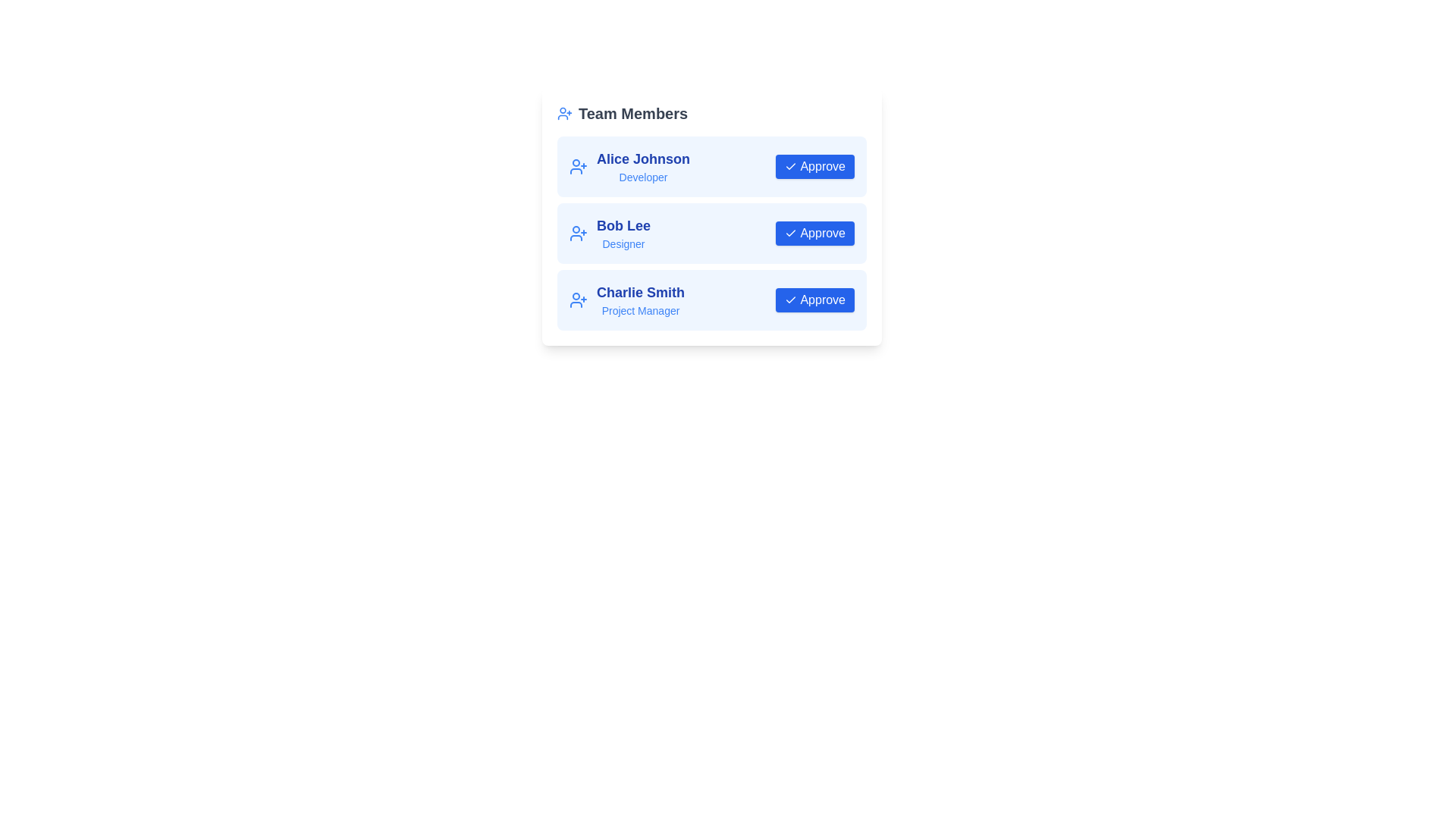 This screenshot has width=1456, height=819. I want to click on the approve button for the person 'Charlie Smith' located in the team members section, which is the third button in a vertical stack under the 'Approve' category, so click(814, 300).